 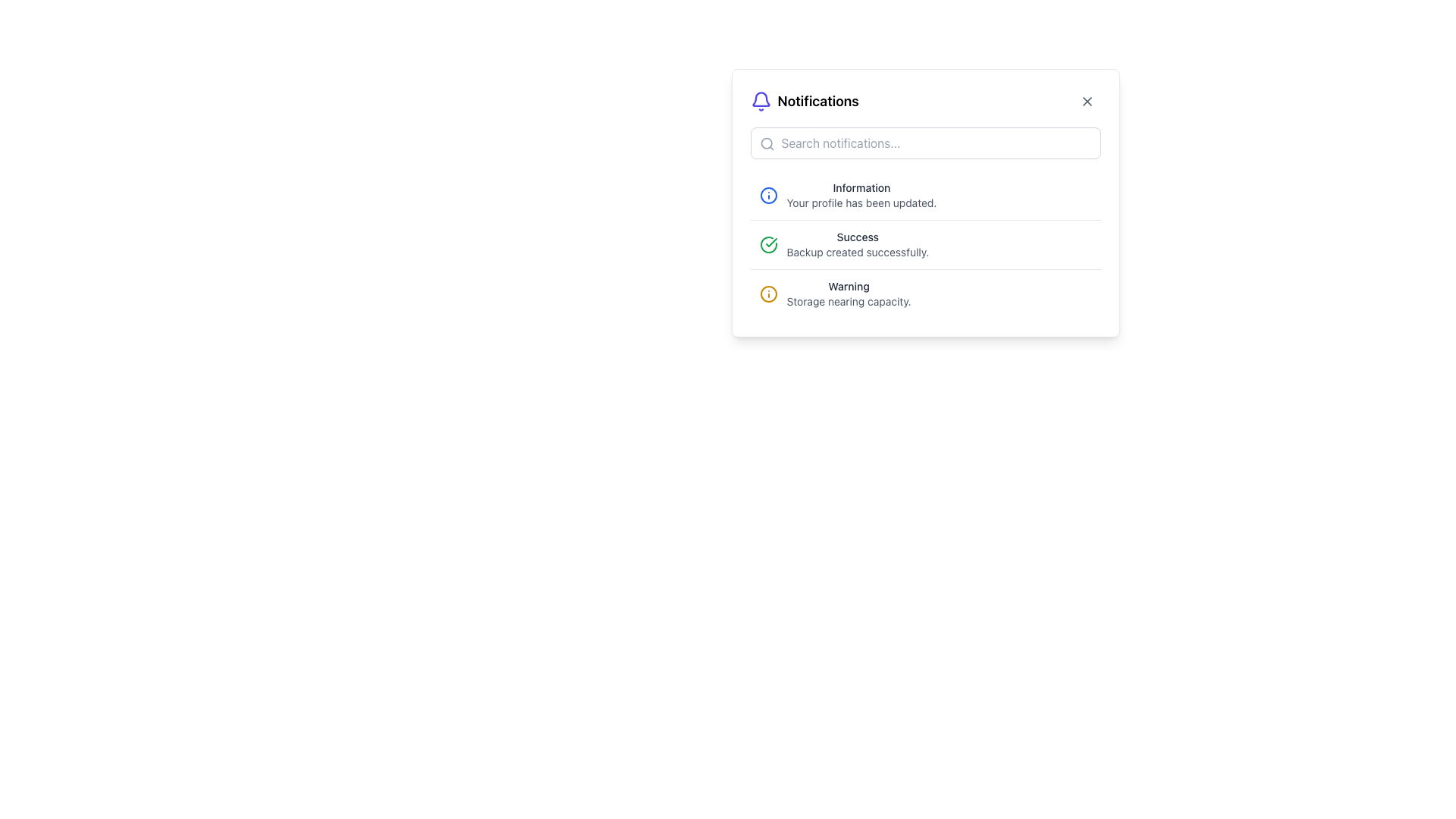 What do you see at coordinates (924, 195) in the screenshot?
I see `the Notification message that displays the title 'Information' and the text 'Your profile has been updated.'` at bounding box center [924, 195].